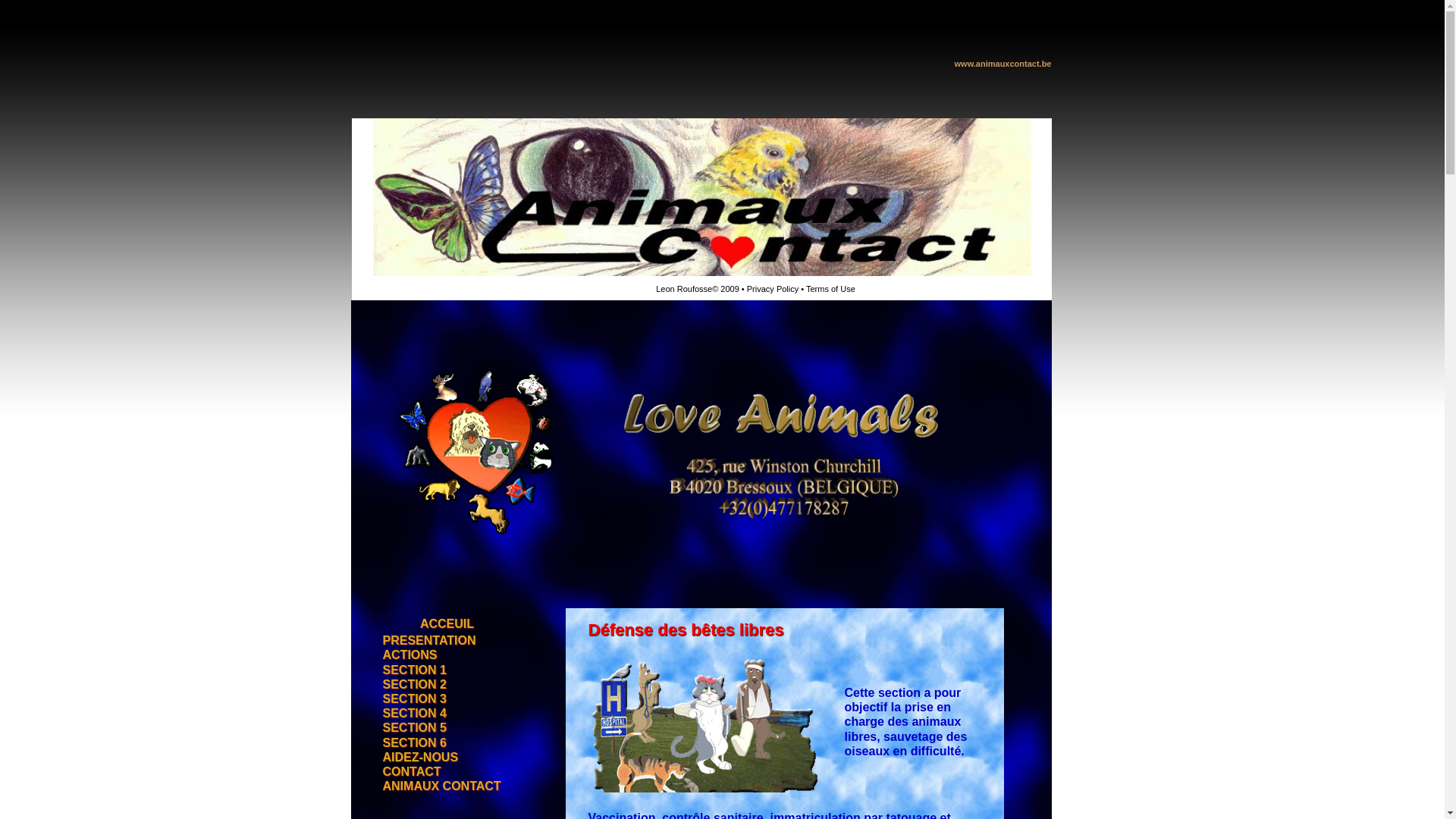 This screenshot has height=819, width=1456. Describe the element at coordinates (414, 670) in the screenshot. I see `'SECTION 1'` at that location.